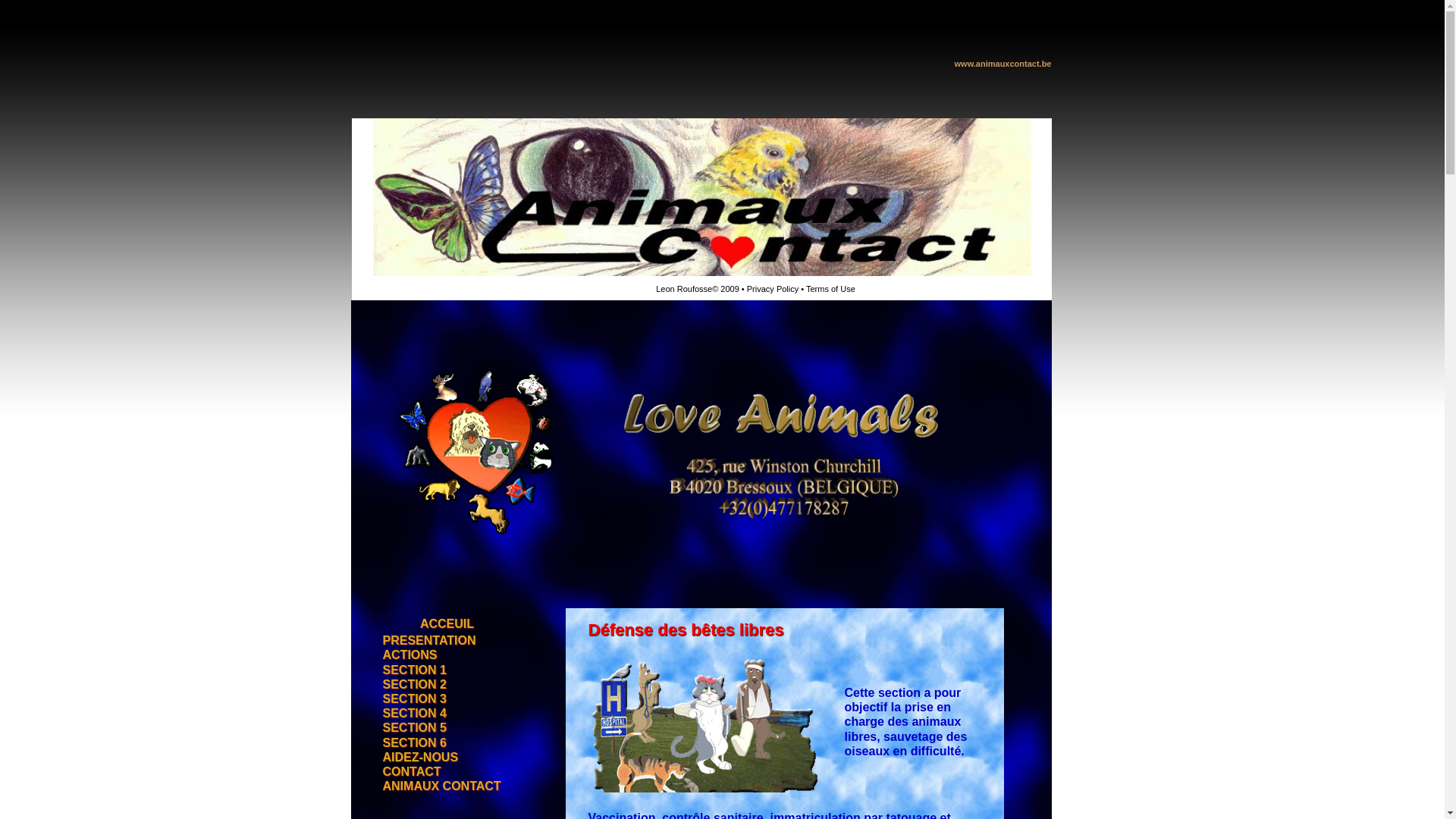 This screenshot has height=819, width=1456. Describe the element at coordinates (414, 670) in the screenshot. I see `'SECTION 1'` at that location.